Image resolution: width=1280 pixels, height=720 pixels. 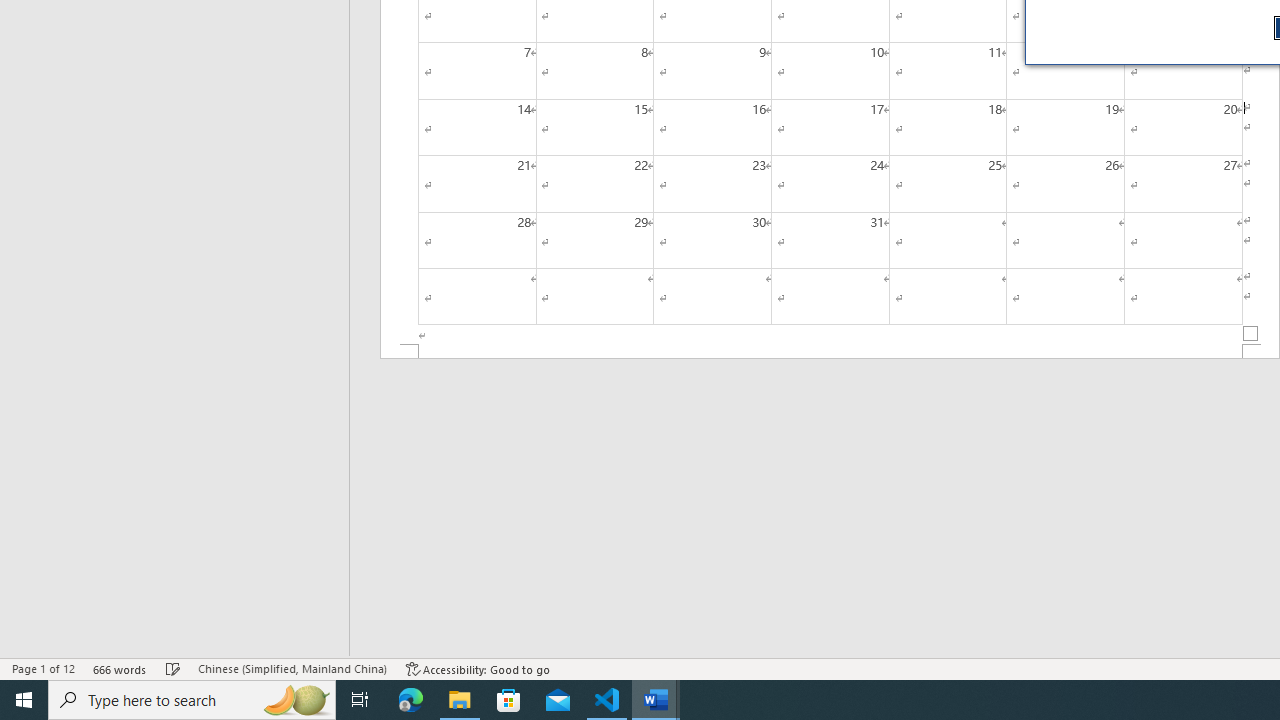 What do you see at coordinates (656, 698) in the screenshot?
I see `'Word - 2 running windows'` at bounding box center [656, 698].